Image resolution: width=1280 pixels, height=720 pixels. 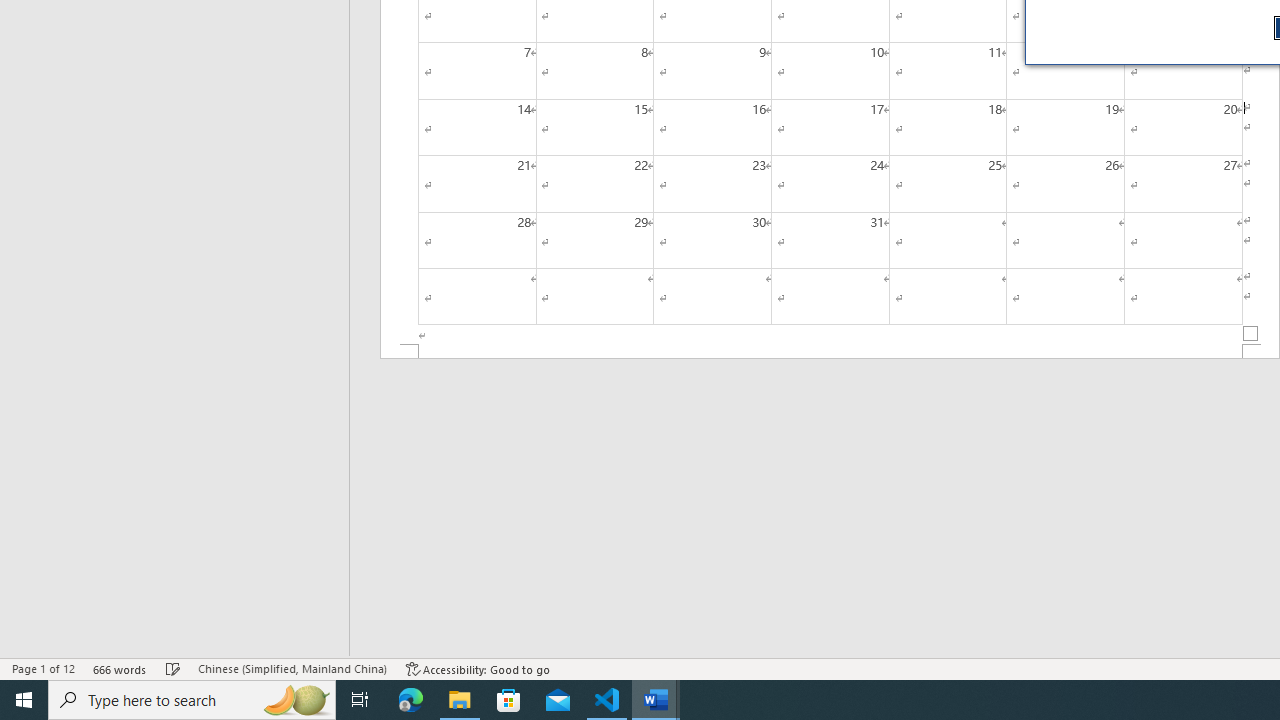 What do you see at coordinates (656, 698) in the screenshot?
I see `'Word - 2 running windows'` at bounding box center [656, 698].